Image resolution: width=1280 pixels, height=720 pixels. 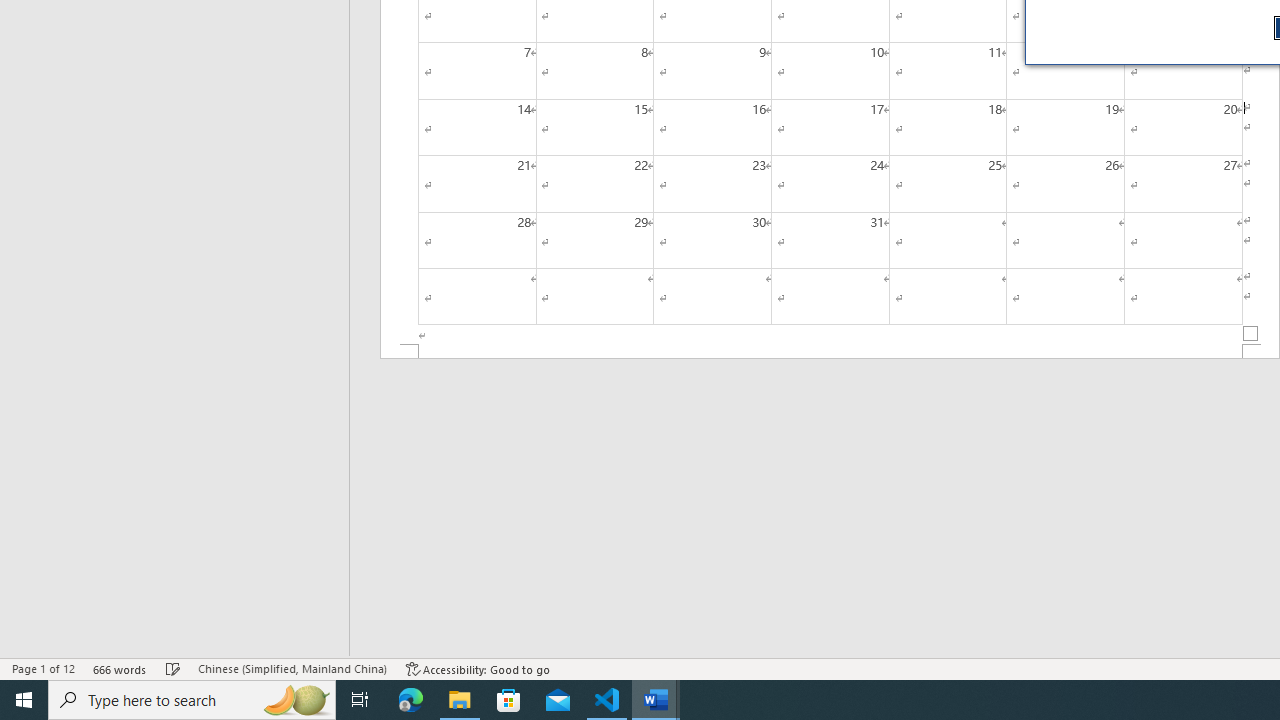 What do you see at coordinates (656, 698) in the screenshot?
I see `'Word - 2 running windows'` at bounding box center [656, 698].